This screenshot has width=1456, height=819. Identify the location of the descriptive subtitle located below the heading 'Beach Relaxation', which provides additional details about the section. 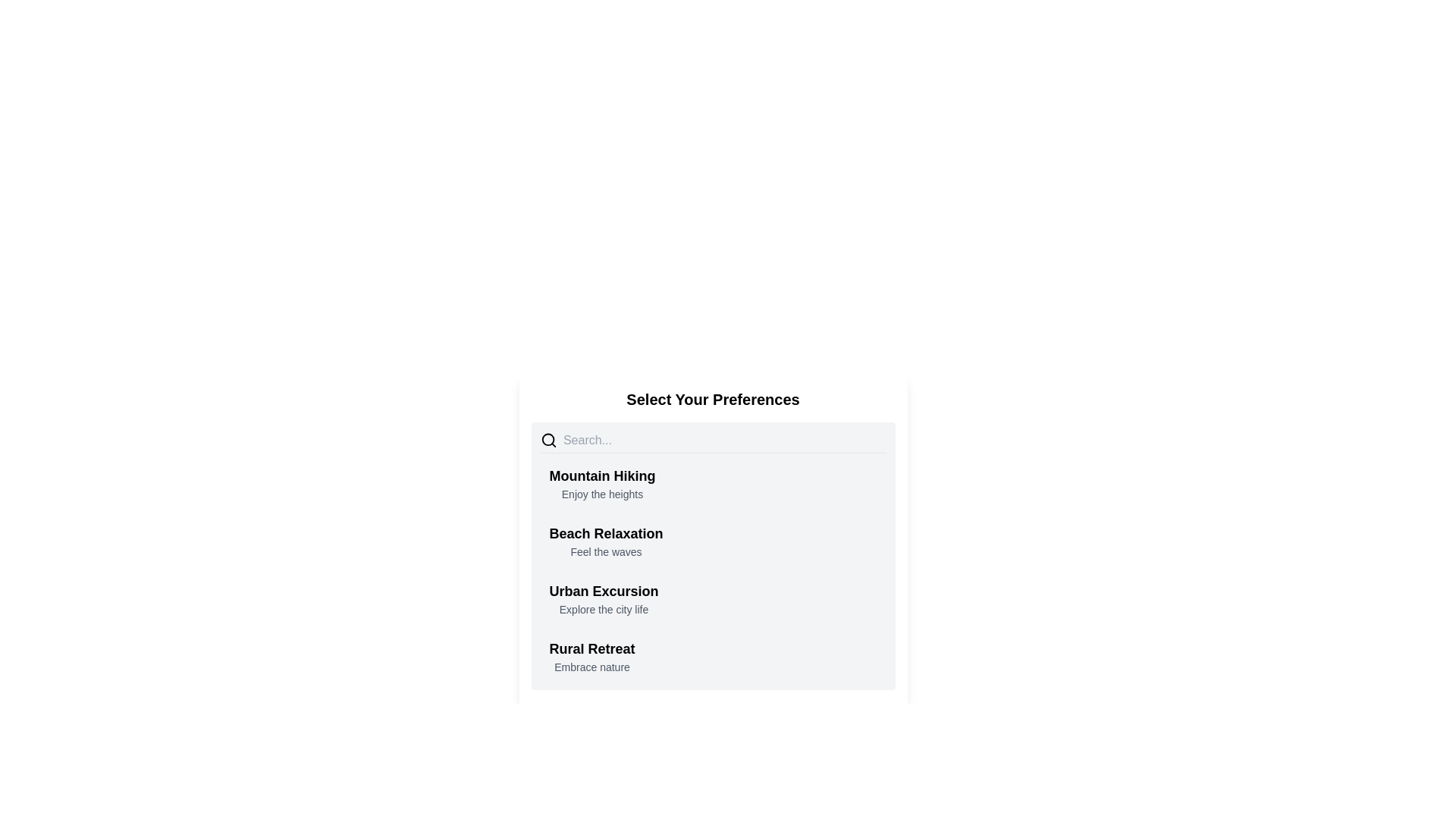
(605, 552).